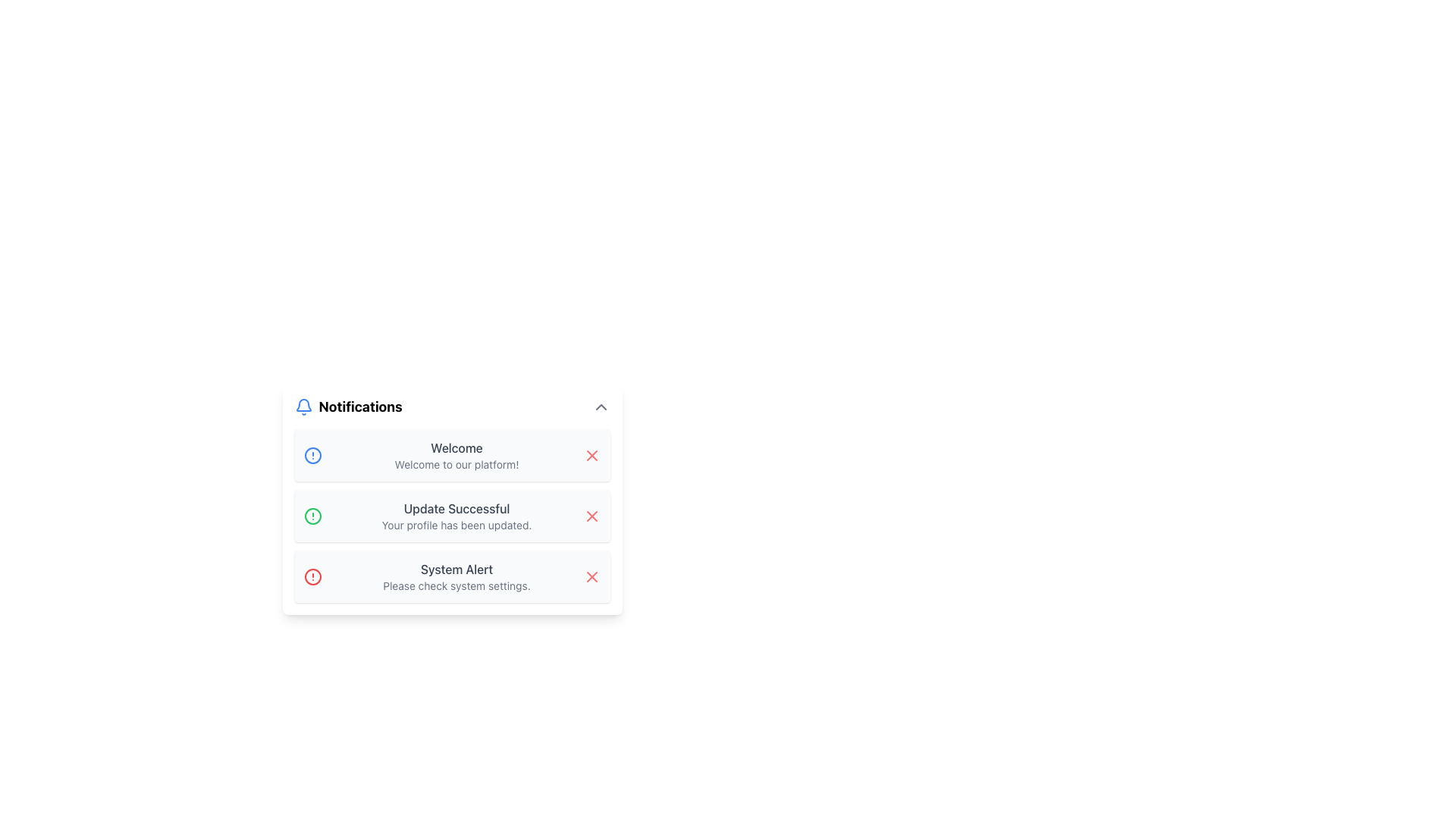 The image size is (1456, 819). What do you see at coordinates (456, 570) in the screenshot?
I see `the 'System Alert' text element, which is styled with a medium-weight font in dark gray and appears as the first line of a notification message on a white background` at bounding box center [456, 570].